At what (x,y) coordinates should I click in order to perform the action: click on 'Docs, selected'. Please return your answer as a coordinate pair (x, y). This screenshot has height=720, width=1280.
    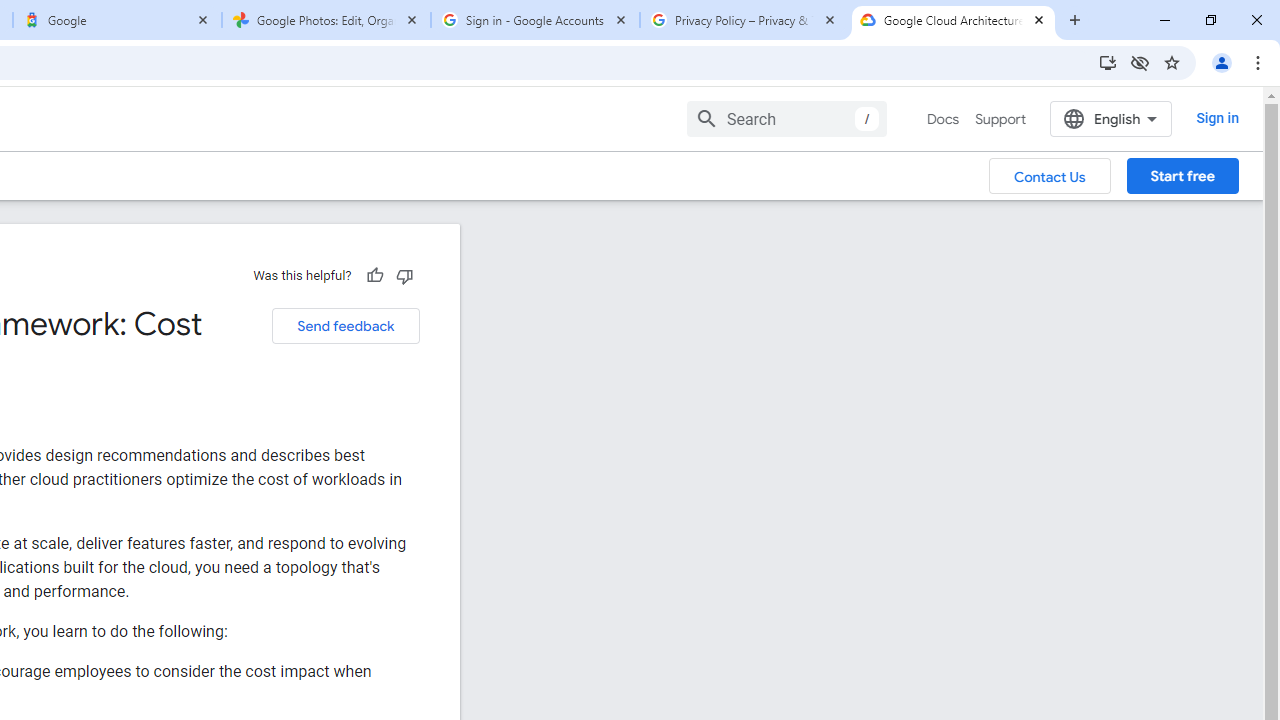
    Looking at the image, I should click on (941, 119).